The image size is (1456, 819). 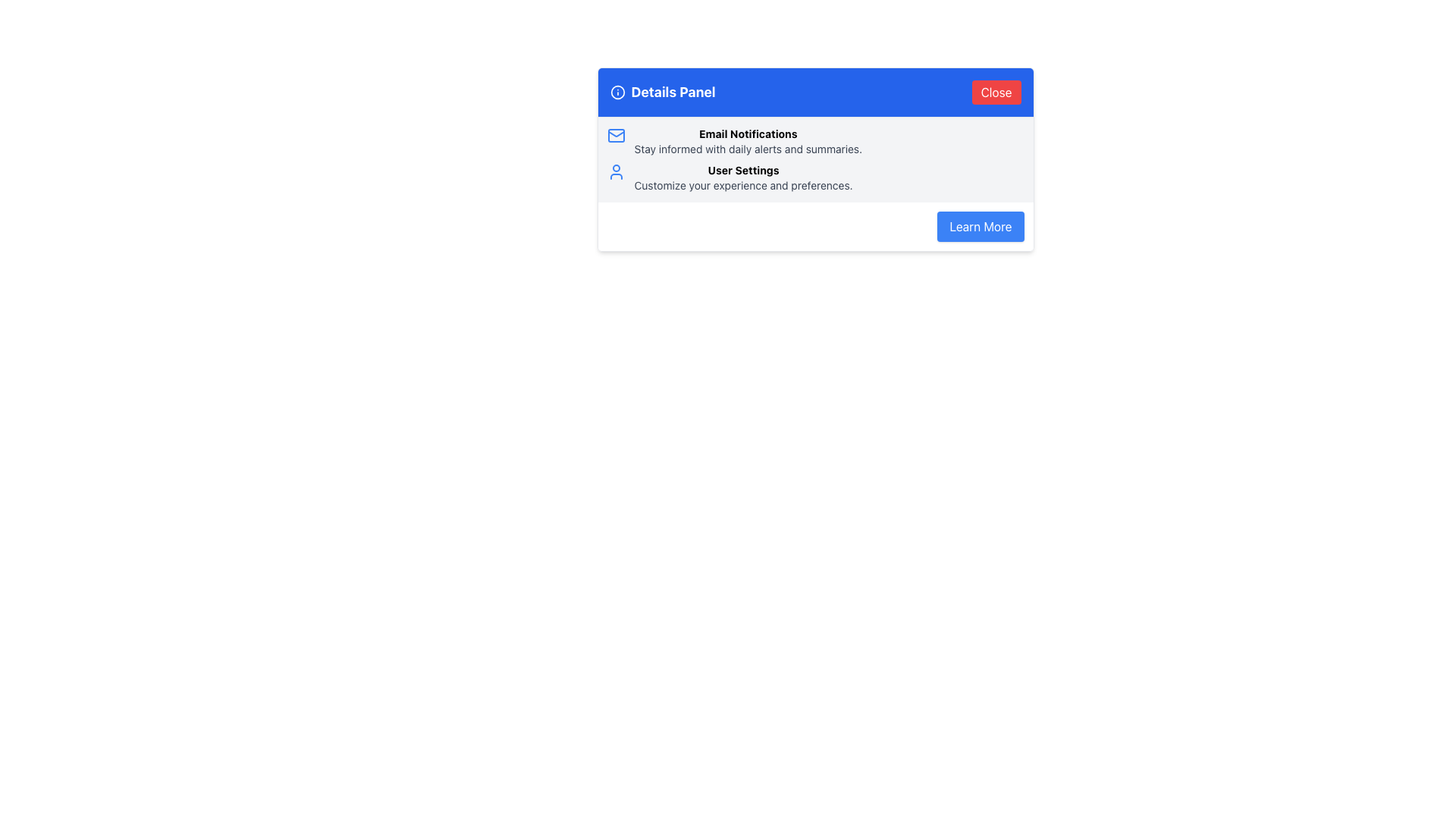 I want to click on the SVG email icon representing the 'Email Notifications' section, so click(x=616, y=134).